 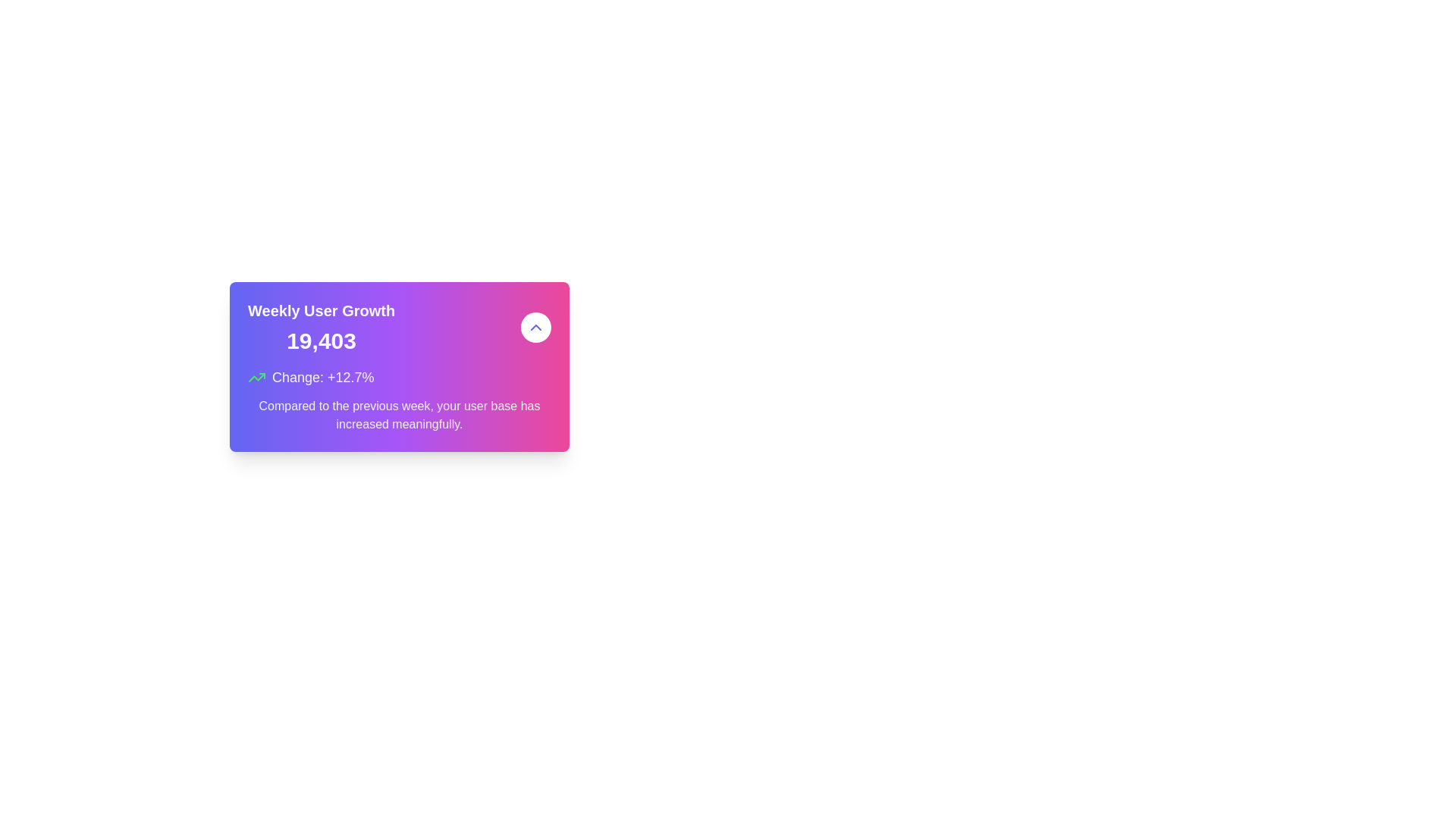 What do you see at coordinates (321, 341) in the screenshot?
I see `the static text display element showing the number '19,403', which is located below 'Weekly User Growth' in a gradient background card` at bounding box center [321, 341].